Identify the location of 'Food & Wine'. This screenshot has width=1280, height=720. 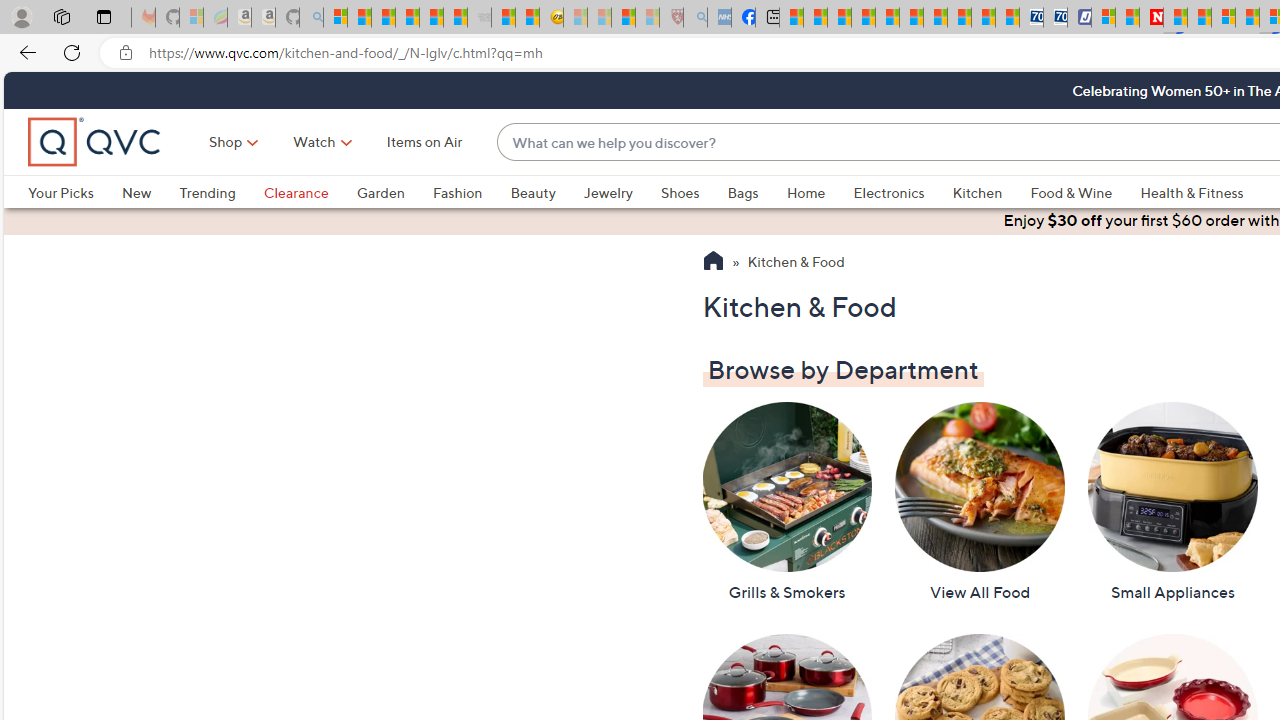
(1084, 192).